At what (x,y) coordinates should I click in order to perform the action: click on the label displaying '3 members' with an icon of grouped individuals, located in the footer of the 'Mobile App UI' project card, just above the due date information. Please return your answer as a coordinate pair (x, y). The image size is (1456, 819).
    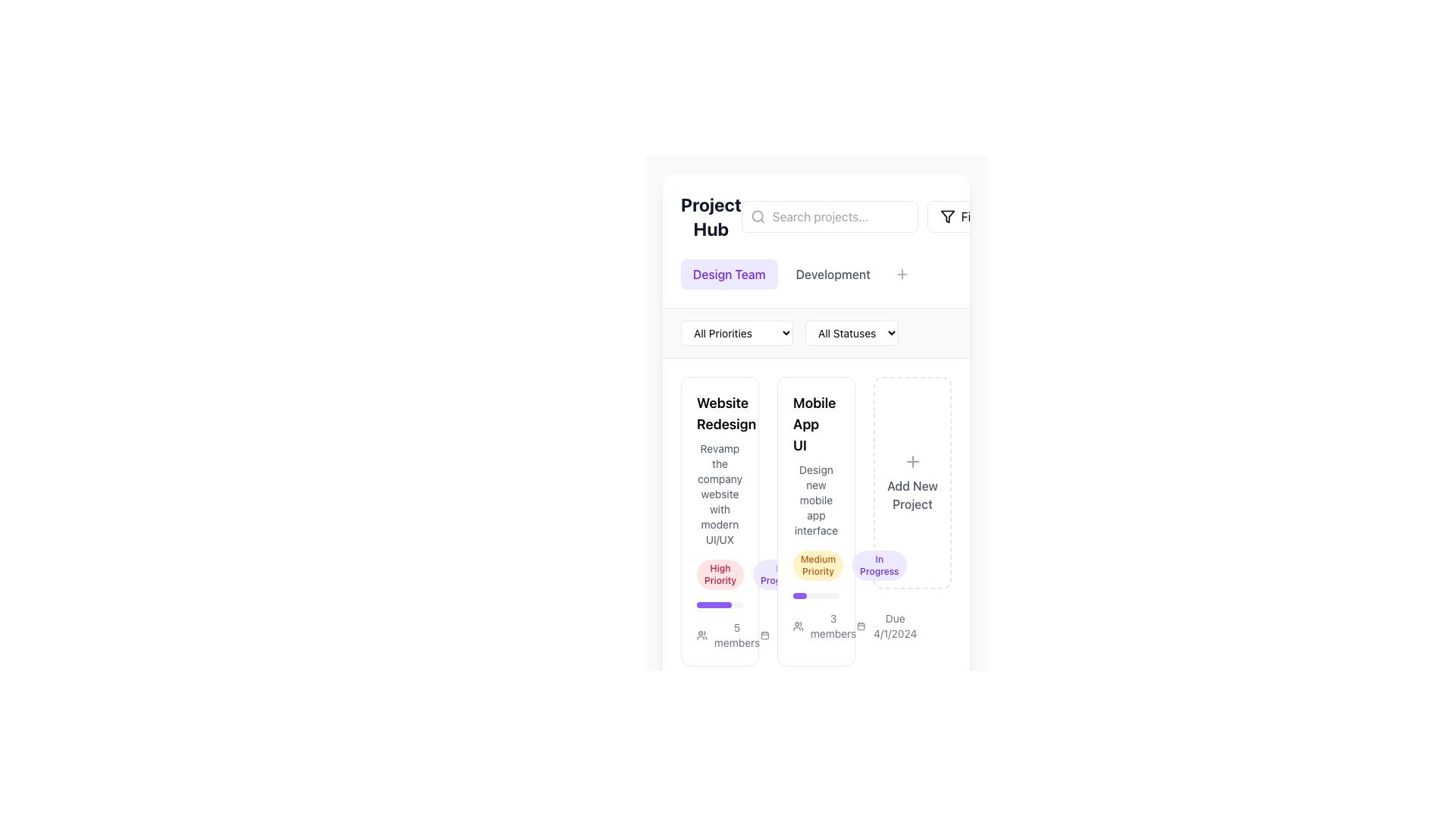
    Looking at the image, I should click on (824, 626).